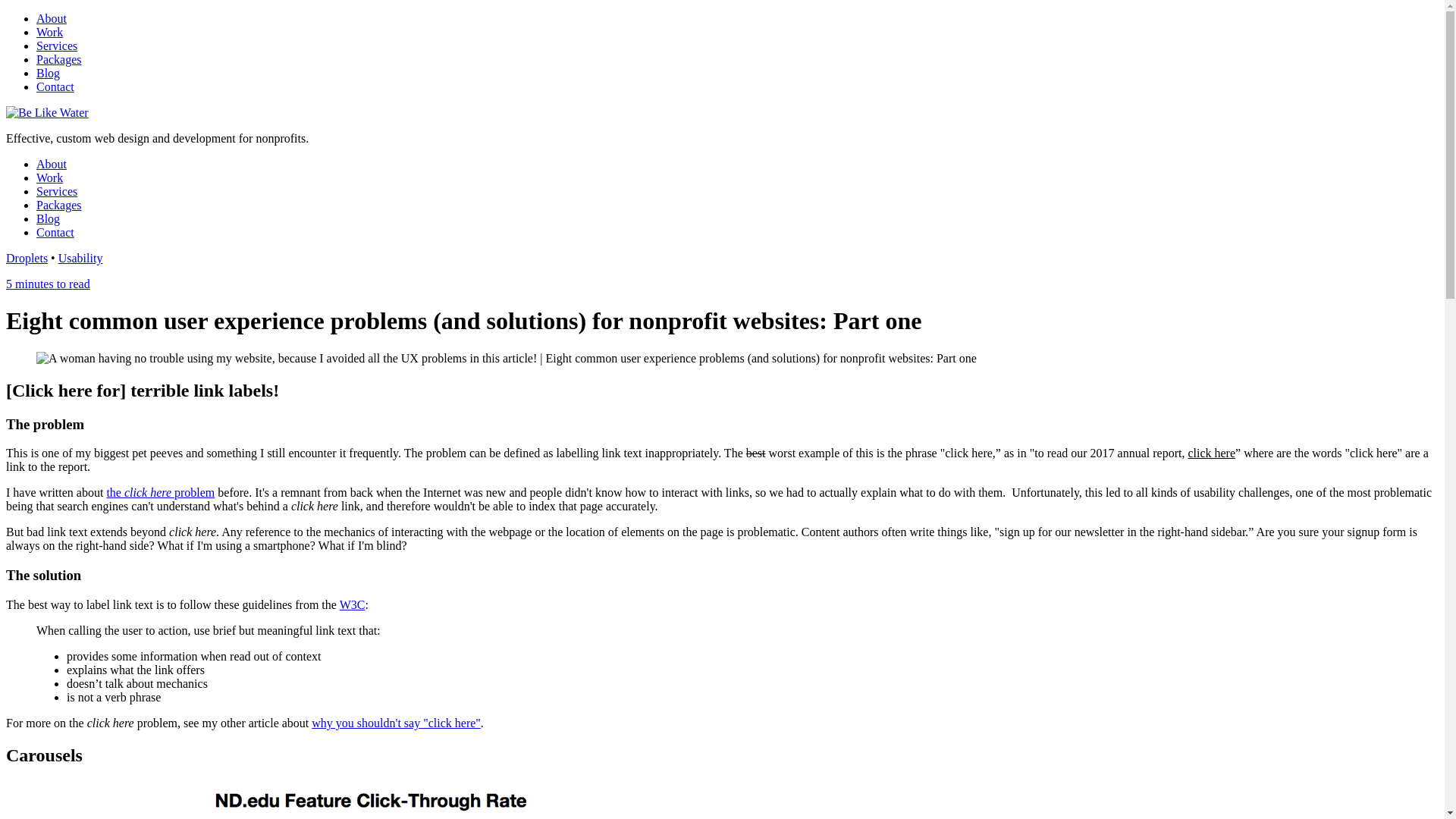  Describe the element at coordinates (58, 58) in the screenshot. I see `'Packages'` at that location.